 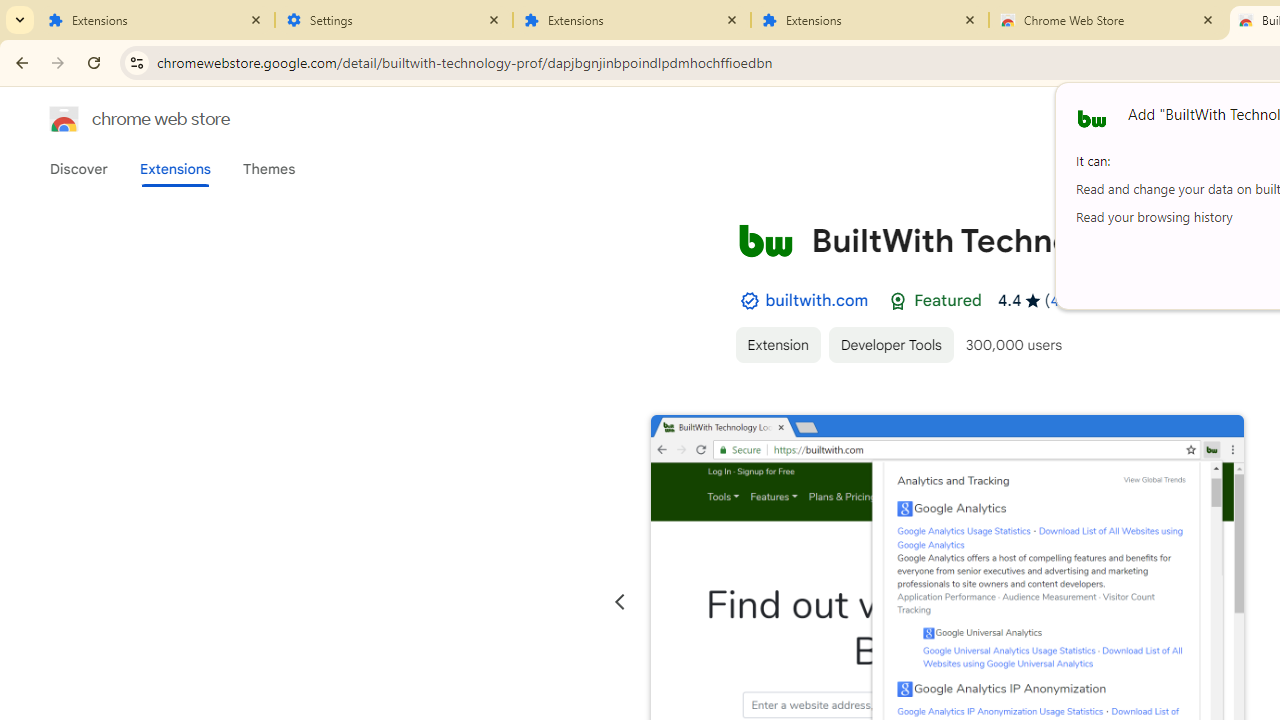 I want to click on 'Featured Badge', so click(x=897, y=301).